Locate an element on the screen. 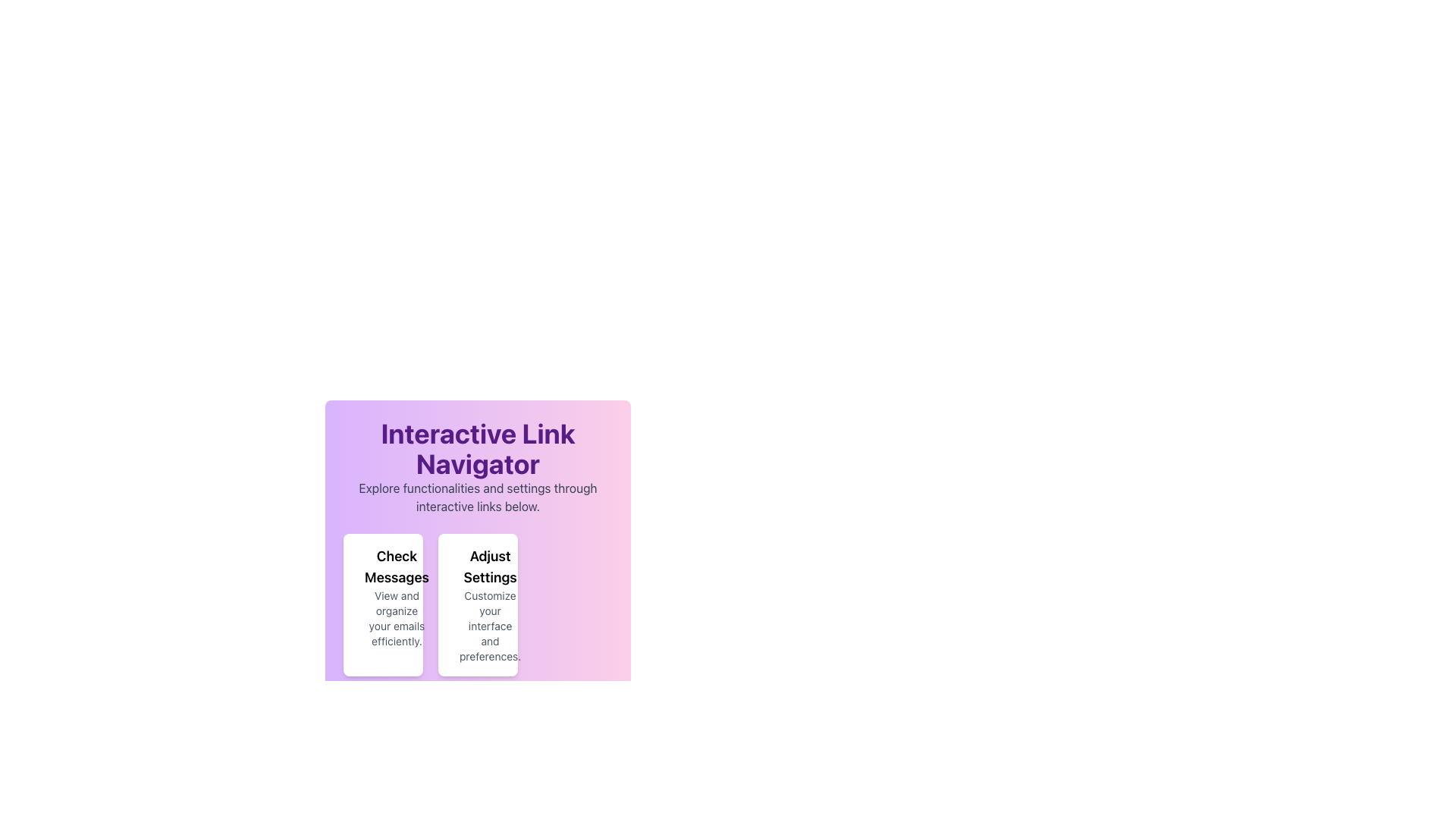 This screenshot has width=1456, height=819. the 'Go to Messages' link on the interactive card located in the lower center of the layout beneath the purple header titled 'Interactive Link Navigator' is located at coordinates (383, 604).